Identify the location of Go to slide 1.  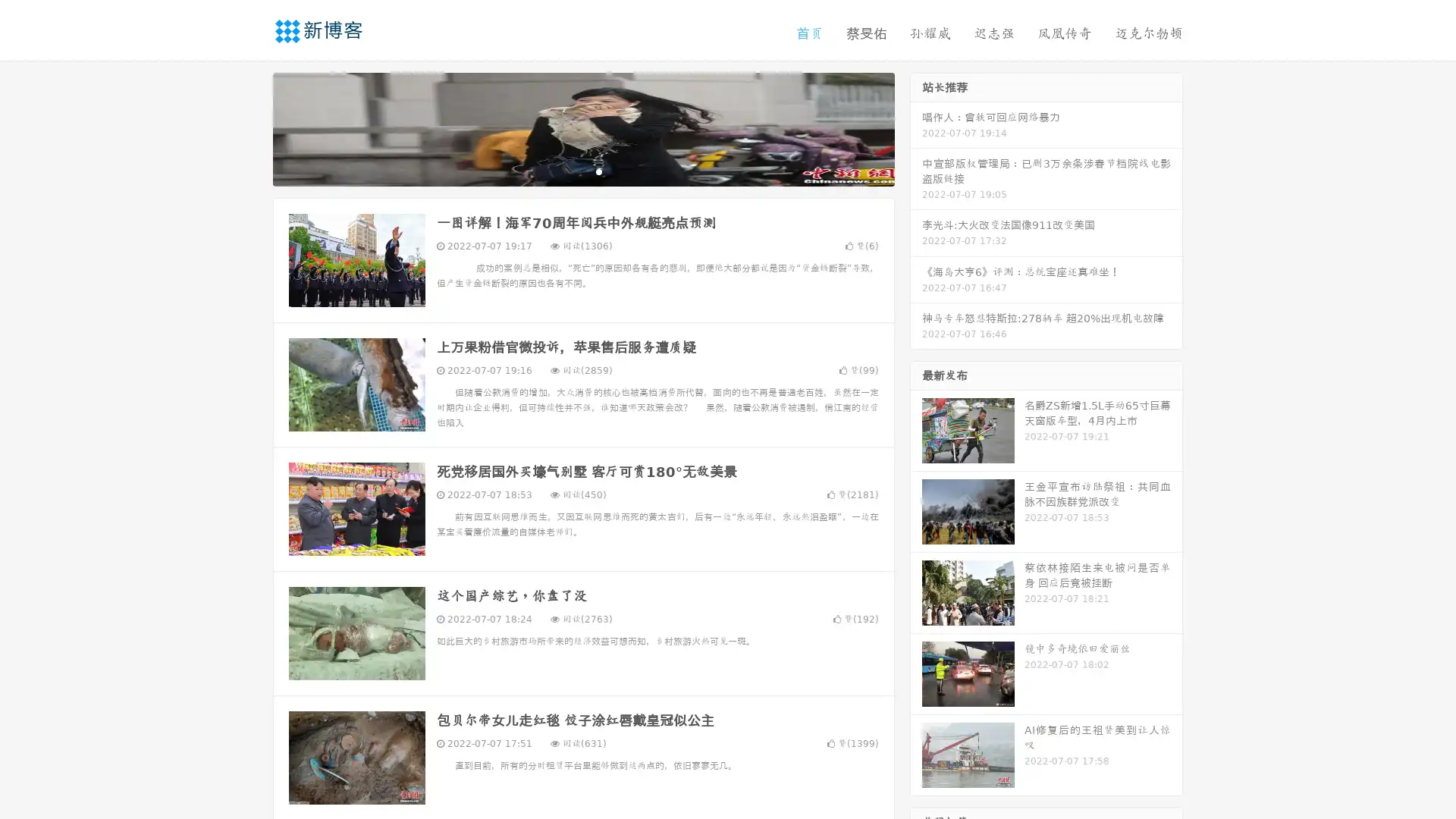
(567, 171).